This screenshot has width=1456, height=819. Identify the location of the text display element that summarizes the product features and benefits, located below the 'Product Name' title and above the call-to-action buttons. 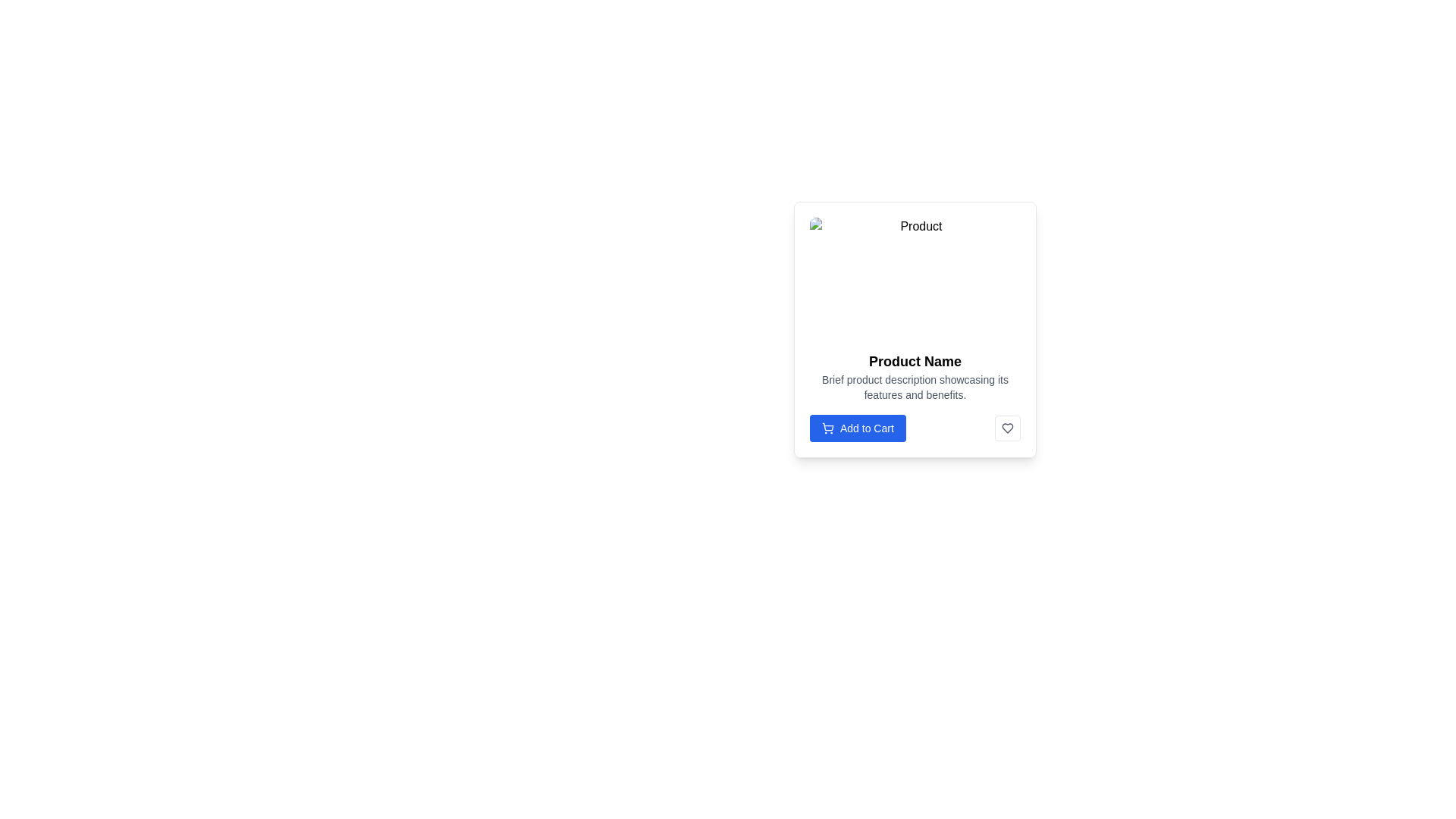
(914, 386).